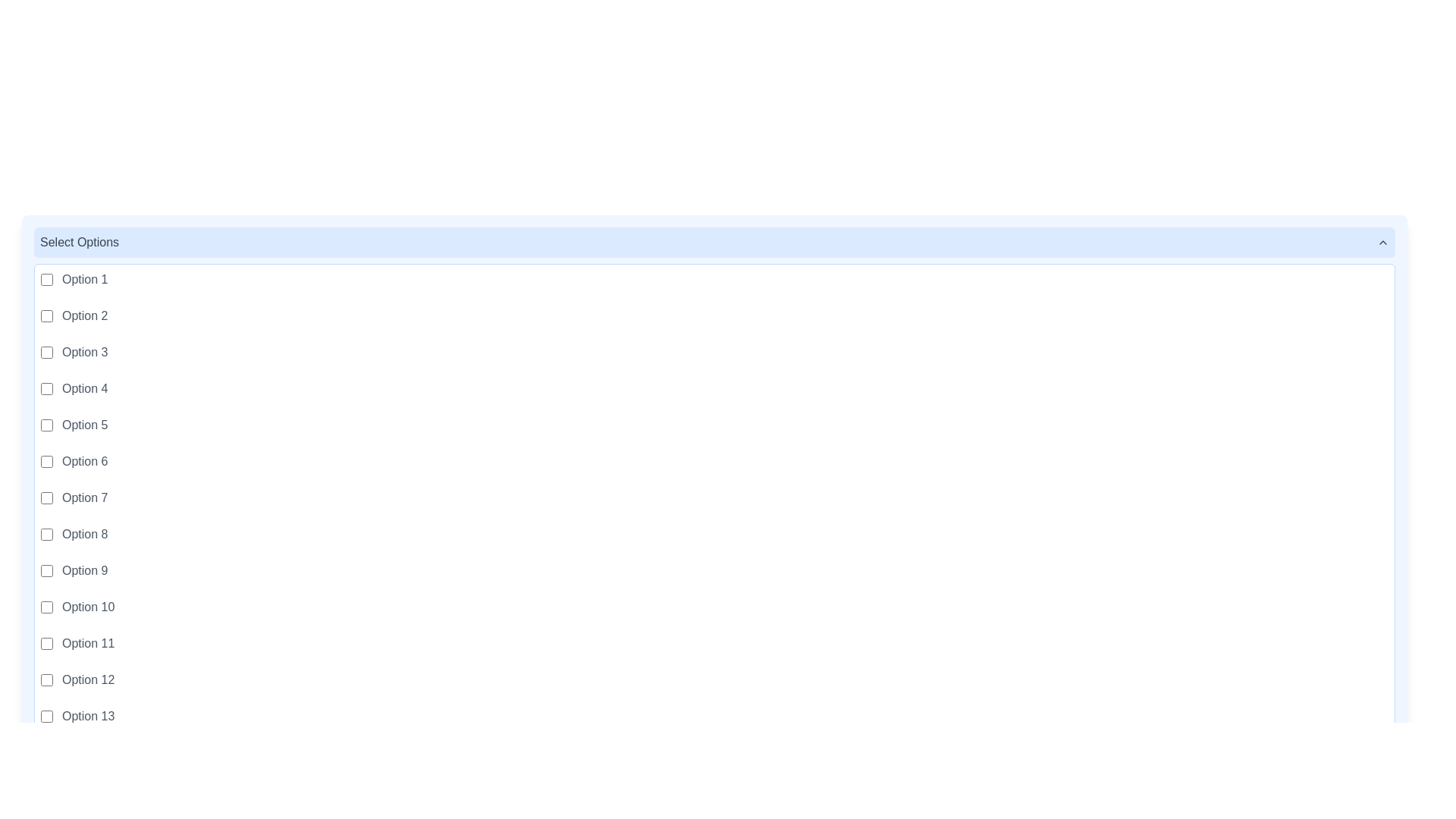  What do you see at coordinates (47, 315) in the screenshot?
I see `the checkbox labeled 'Option 2' by` at bounding box center [47, 315].